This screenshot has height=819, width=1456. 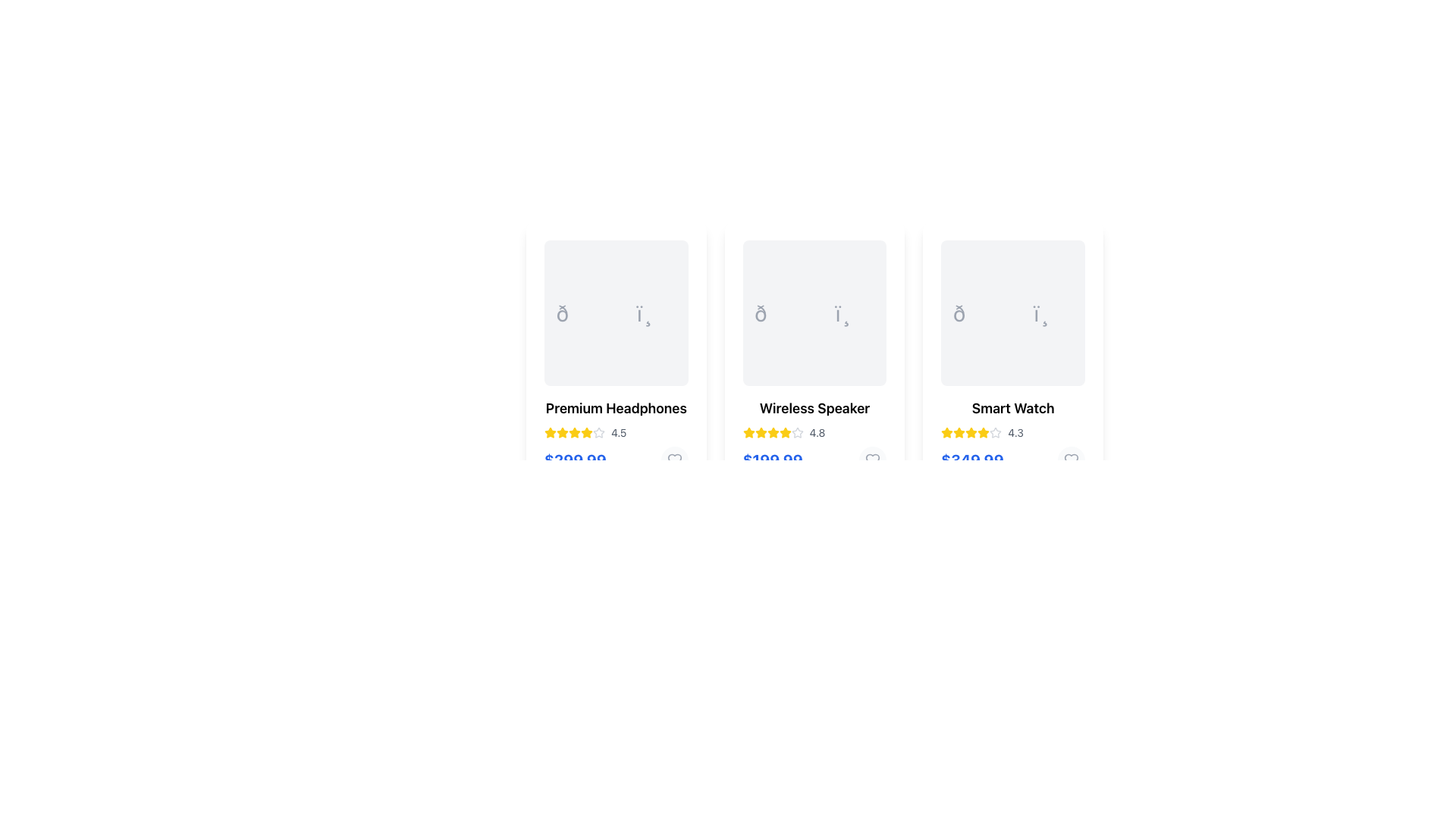 I want to click on the stylized heart icon button located at the bottom-right corner of the 'Smart Watch' product listing card, so click(x=1070, y=459).